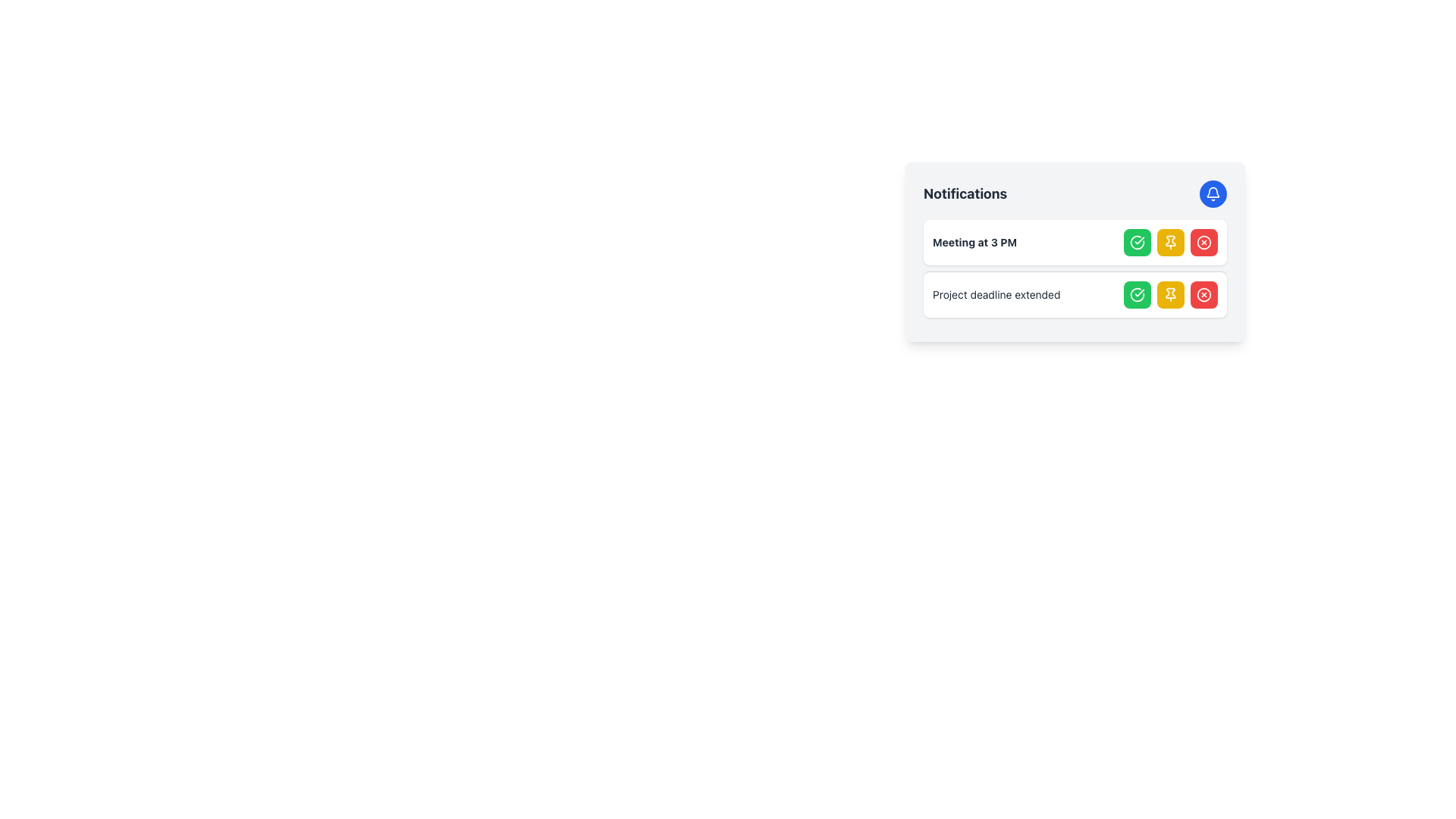  Describe the element at coordinates (1212, 193) in the screenshot. I see `the bell icon, which is a simplistic line-style icon within a circular blue background, located in the top-right corner of the notification panel` at that location.